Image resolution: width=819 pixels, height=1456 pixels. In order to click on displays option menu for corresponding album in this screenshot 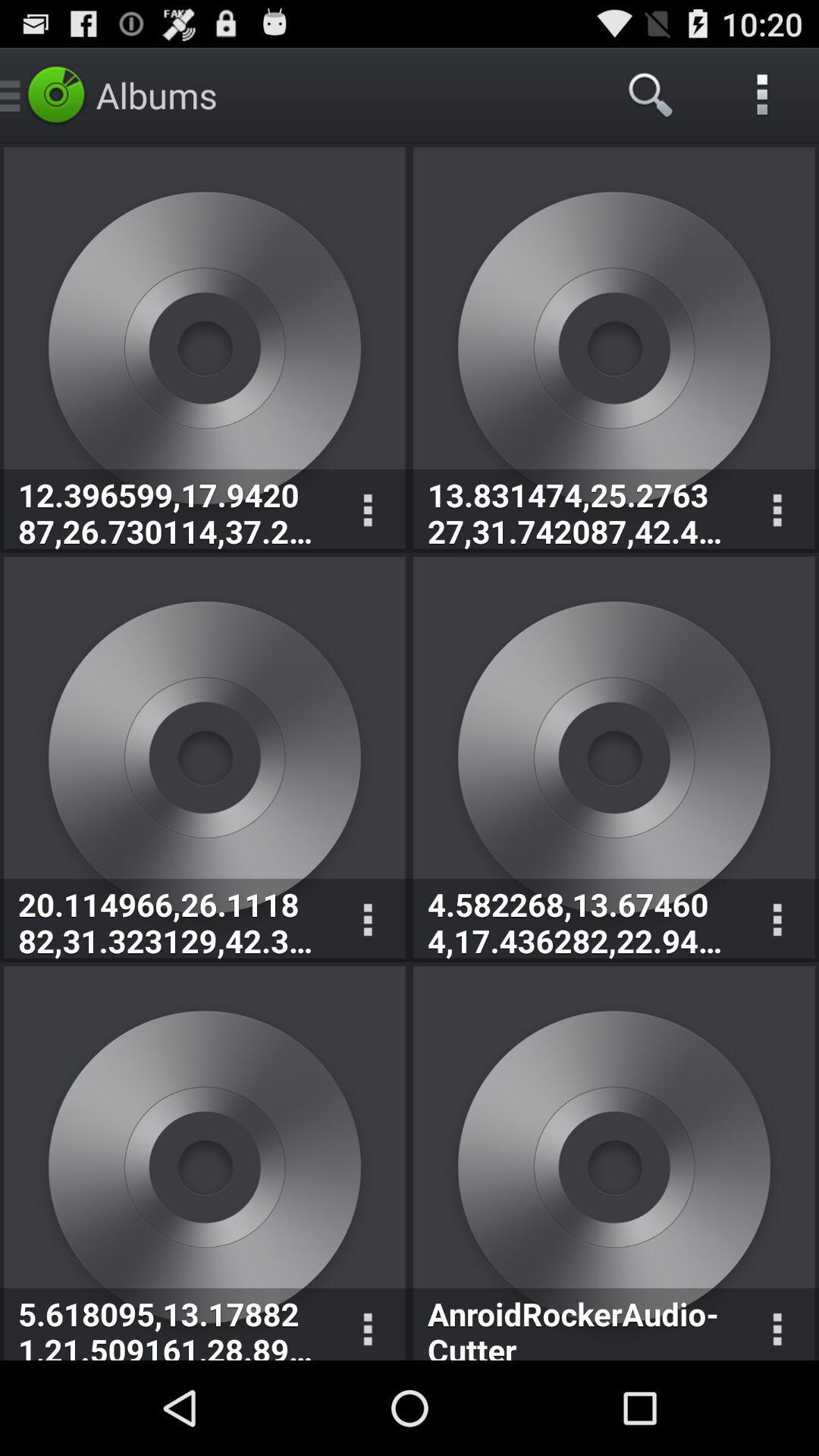, I will do `click(777, 510)`.